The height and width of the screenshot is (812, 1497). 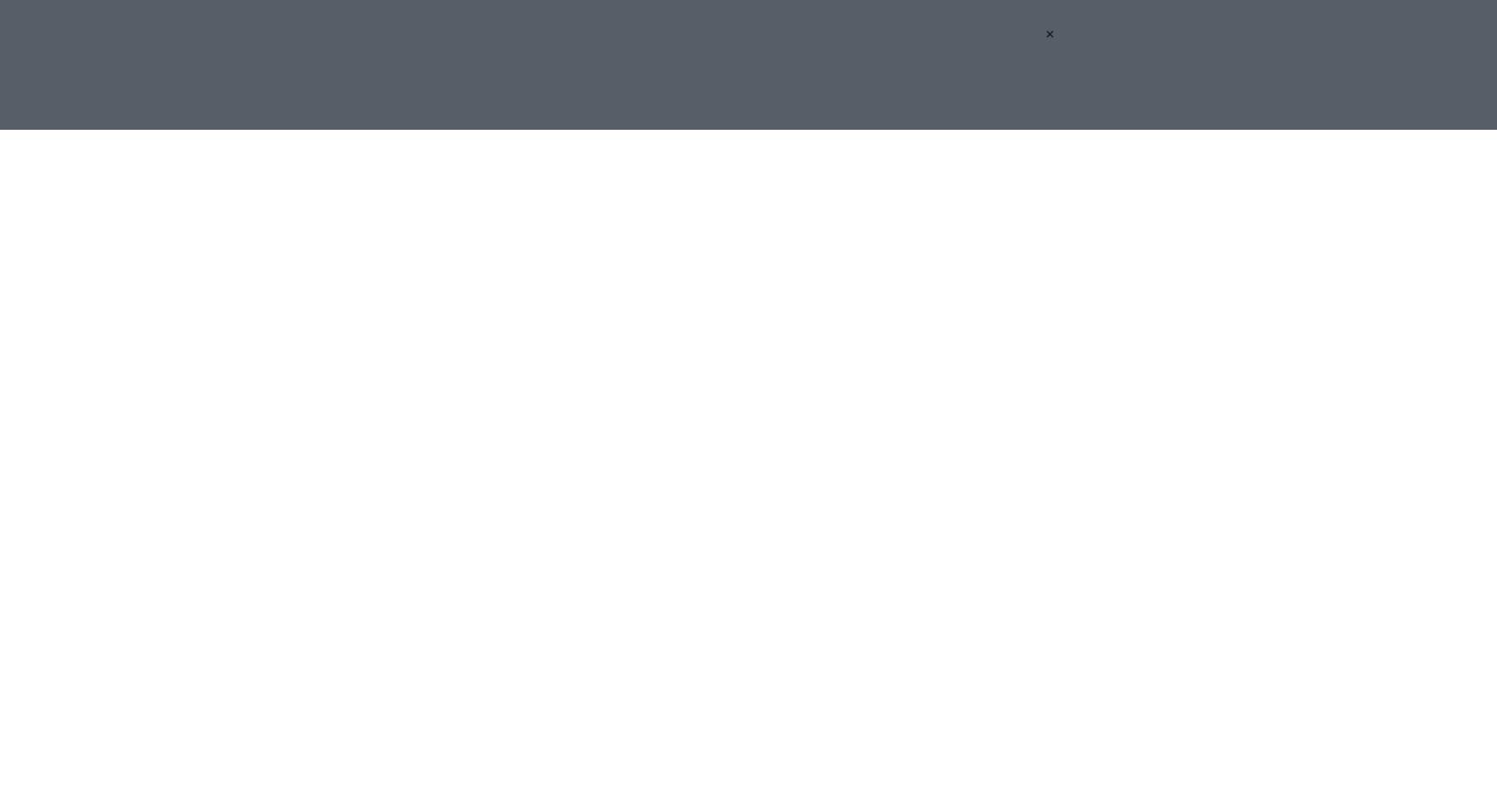 I want to click on 'The fate of a genius: why two games could determine Guardiola’s legacy', so click(x=734, y=178).